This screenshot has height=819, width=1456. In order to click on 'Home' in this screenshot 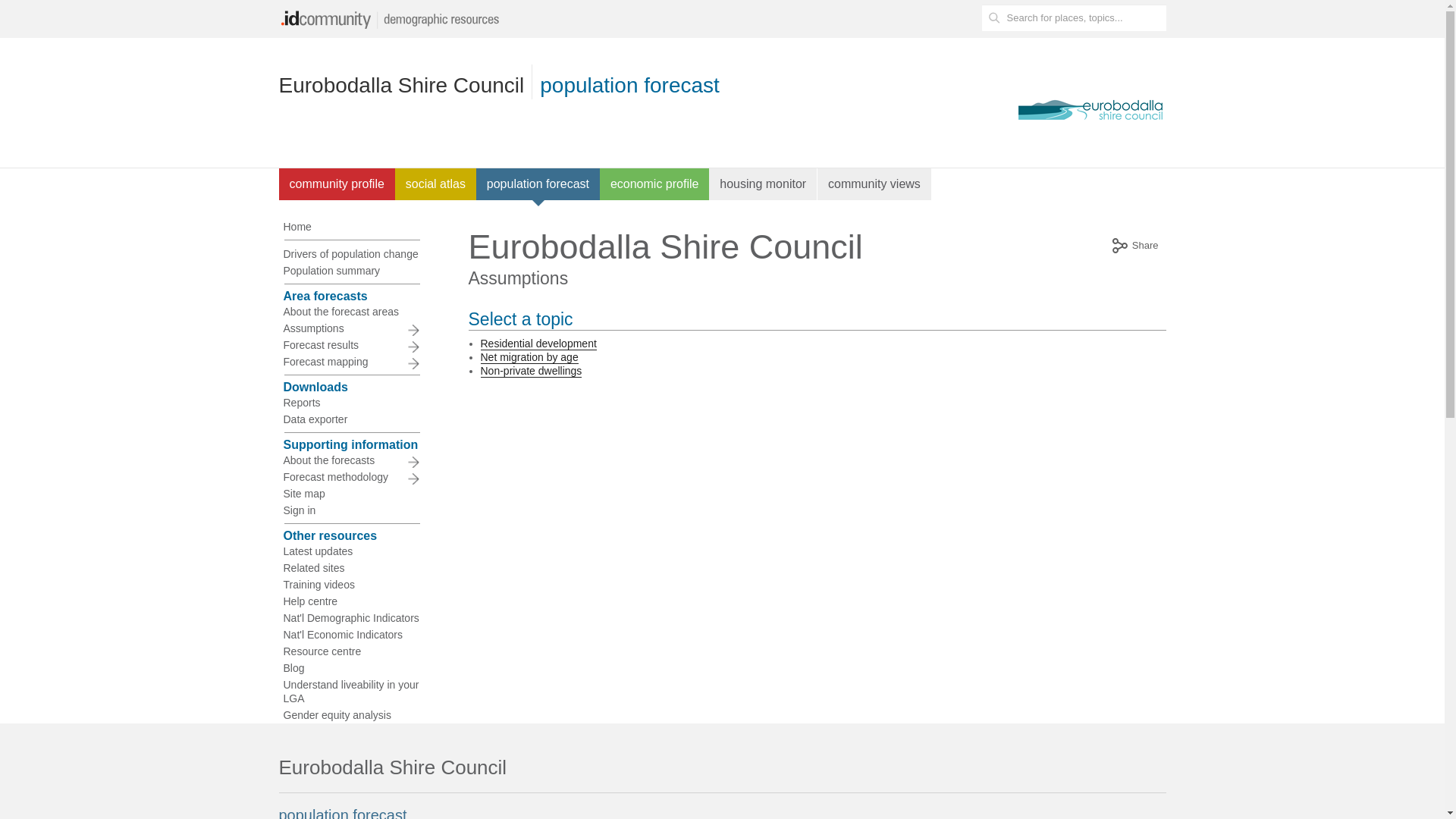, I will do `click(350, 227)`.